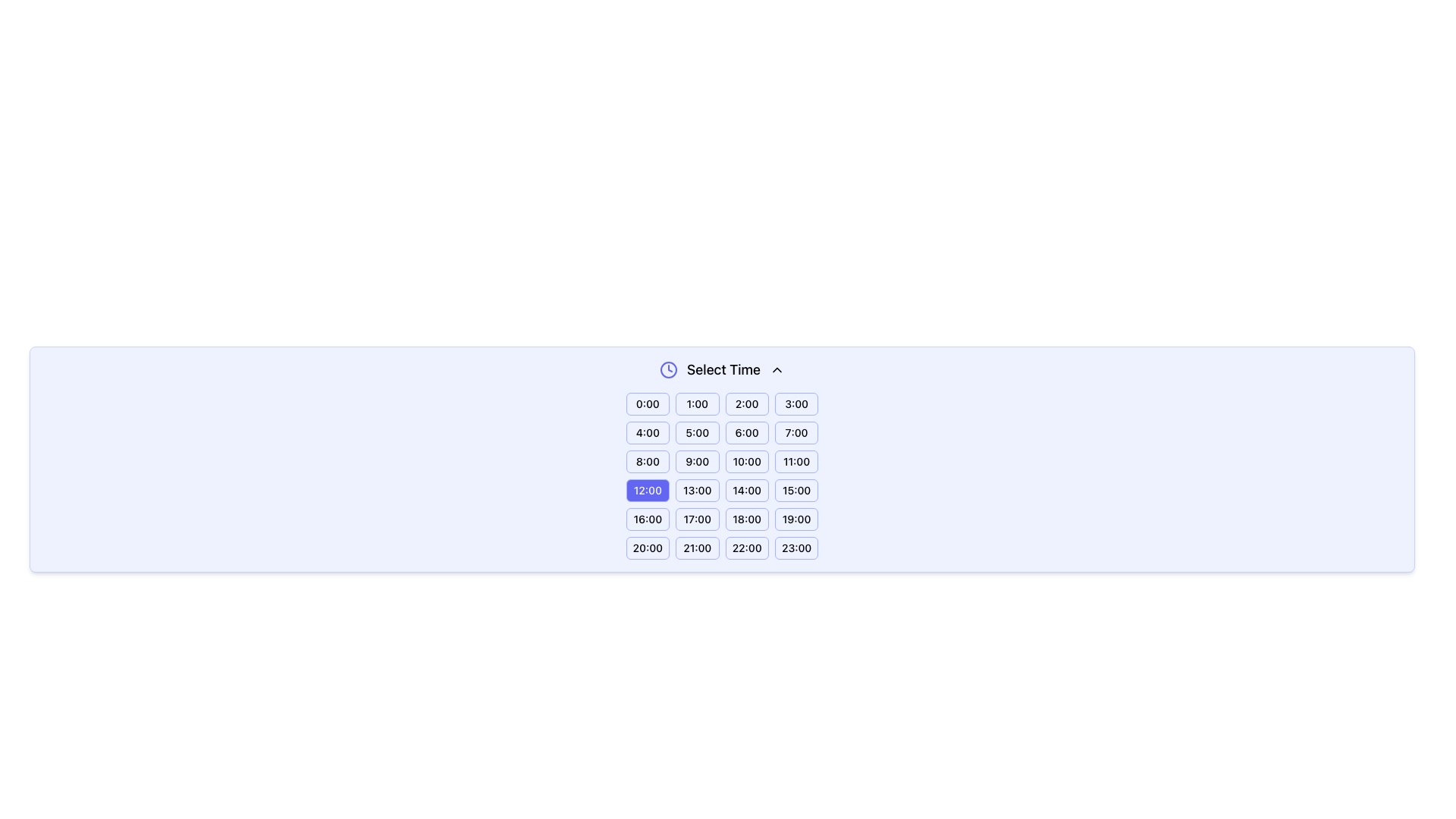 The image size is (1456, 819). I want to click on the button that selects the time '6:00' in the time selection grid, located in the second row and third column, so click(747, 432).